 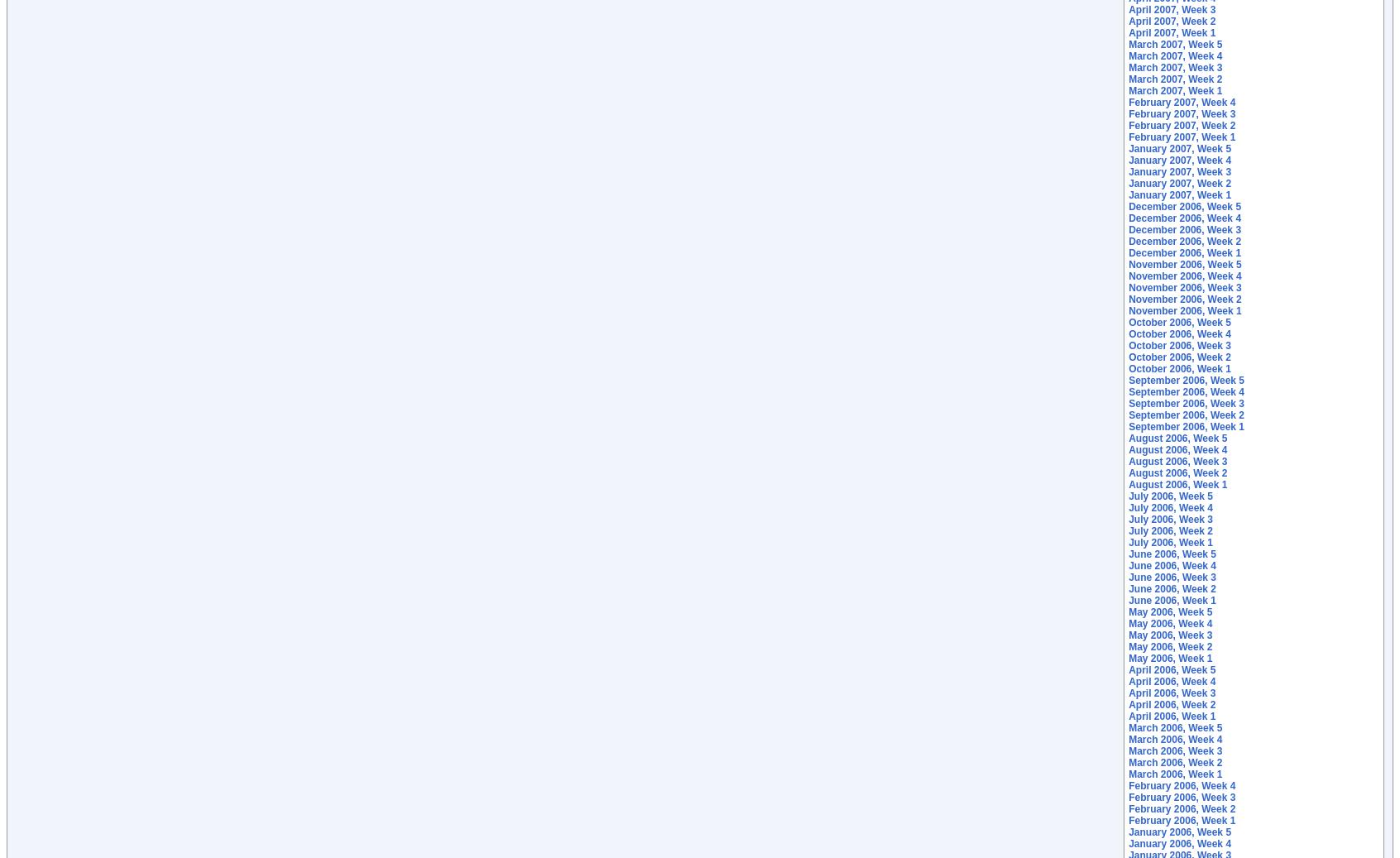 What do you see at coordinates (1169, 624) in the screenshot?
I see `'May 2006, Week 4'` at bounding box center [1169, 624].